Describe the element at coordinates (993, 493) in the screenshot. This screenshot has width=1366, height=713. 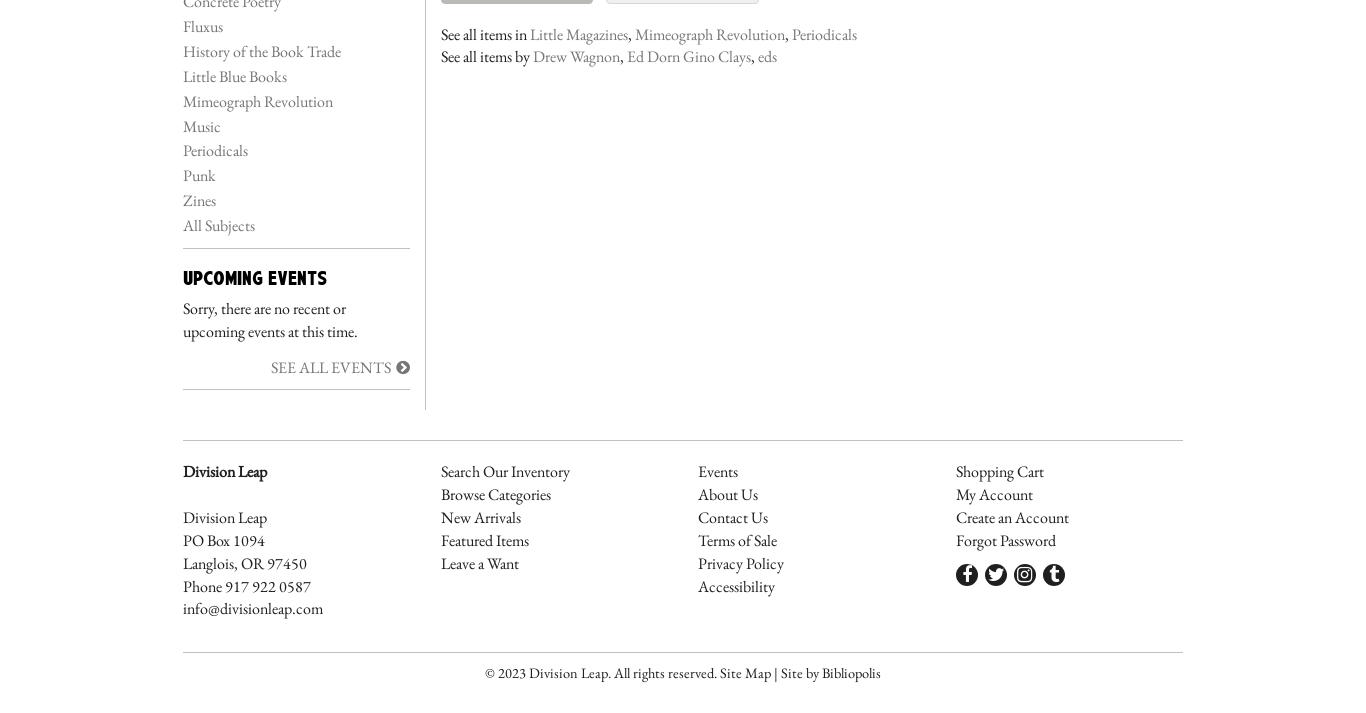
I see `'My Account'` at that location.